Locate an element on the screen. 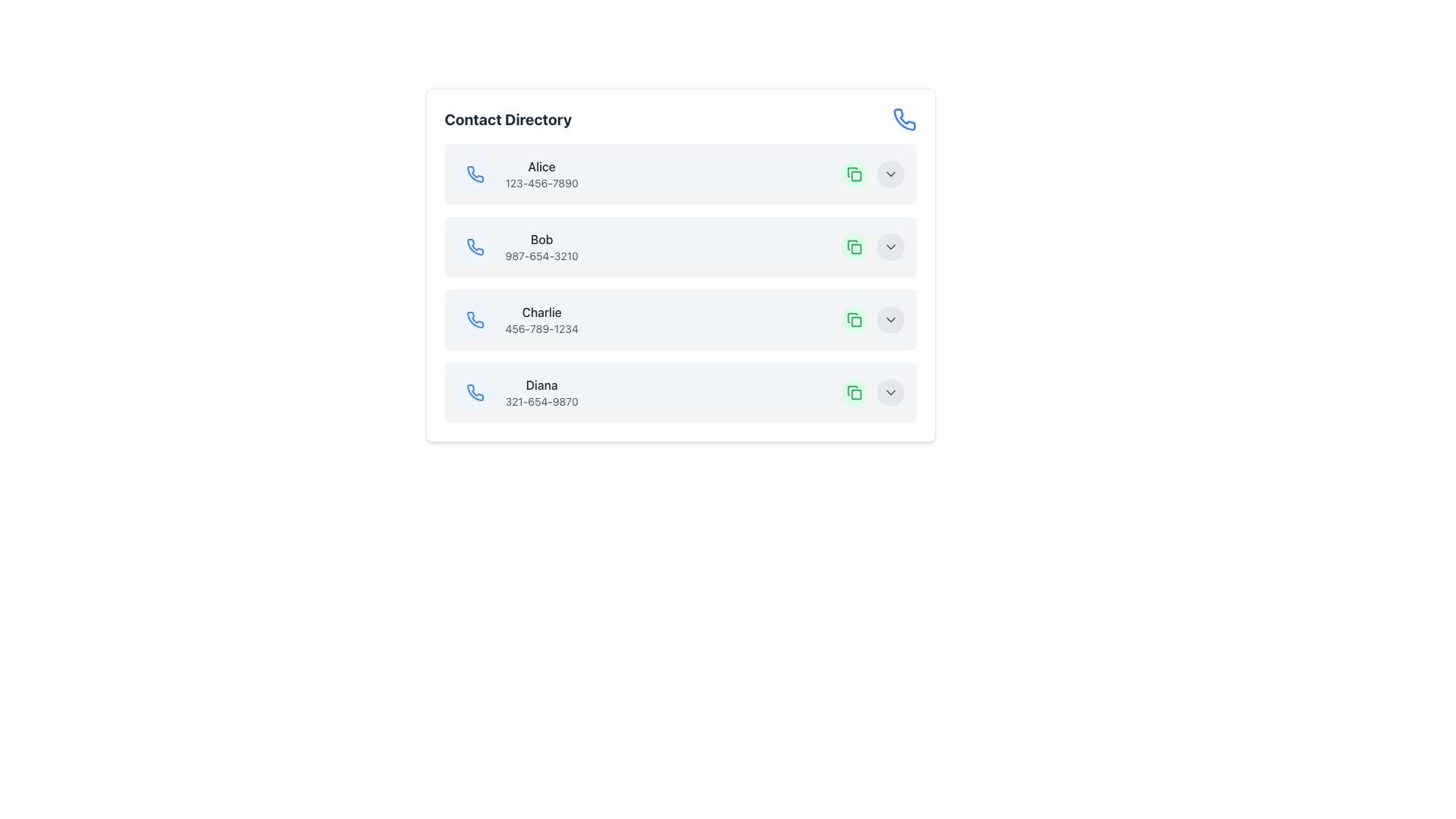 This screenshot has width=1456, height=819. the text display element that shows a contact's name and phone number, located in the middle-right area of the interface, specifically in the third row of the 'Contact Directory' section, below 'Bob' and above 'Diana' is located at coordinates (541, 318).